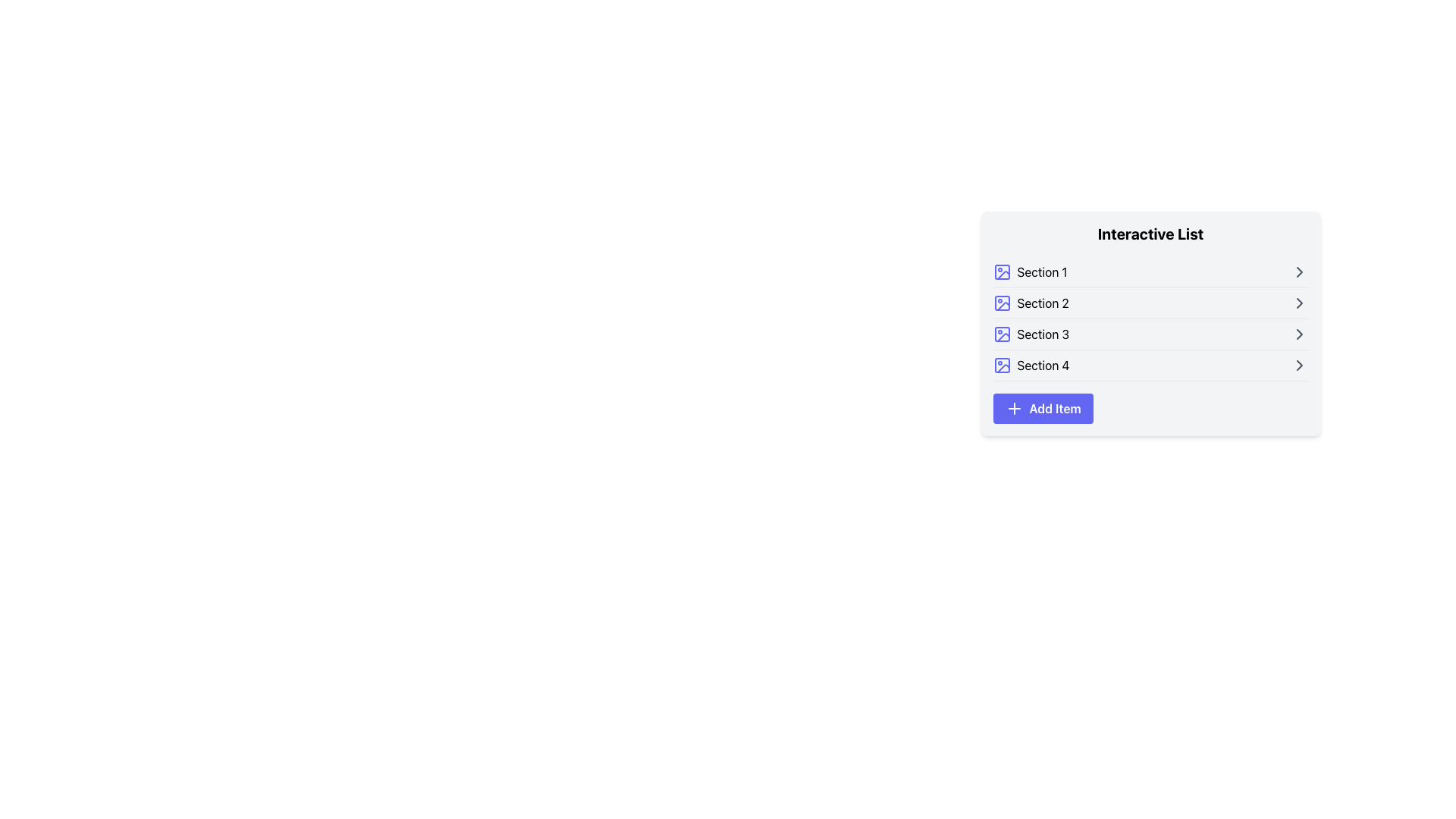 The width and height of the screenshot is (1456, 819). What do you see at coordinates (1298, 366) in the screenshot?
I see `the navigational icon located under 'Section 4' on the right side of the layout` at bounding box center [1298, 366].